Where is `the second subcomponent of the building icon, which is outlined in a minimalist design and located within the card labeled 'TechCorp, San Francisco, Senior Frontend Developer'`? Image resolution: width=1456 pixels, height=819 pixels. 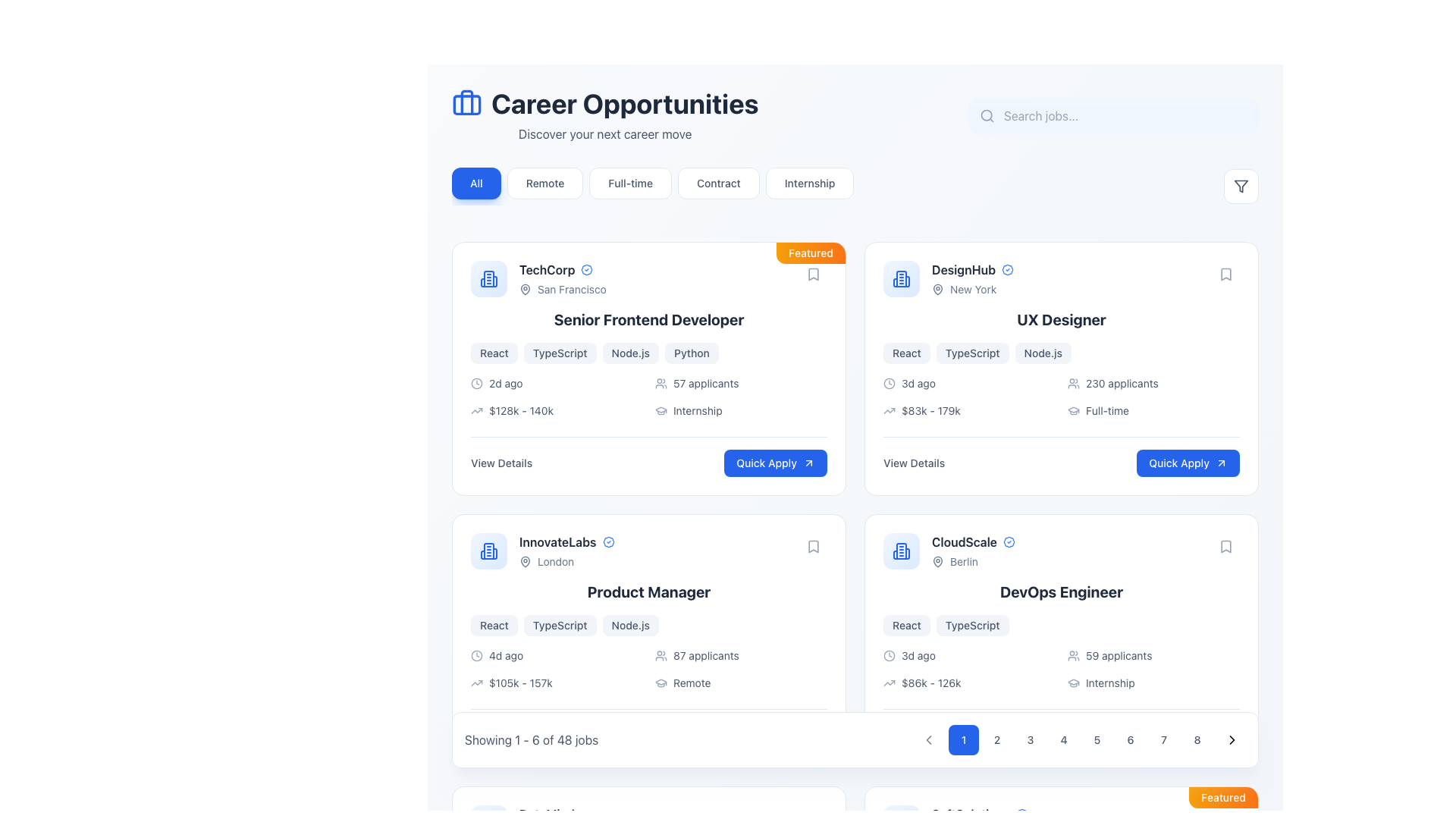 the second subcomponent of the building icon, which is outlined in a minimalist design and located within the card labeled 'TechCorp, San Francisco, Senior Frontend Developer' is located at coordinates (482, 283).